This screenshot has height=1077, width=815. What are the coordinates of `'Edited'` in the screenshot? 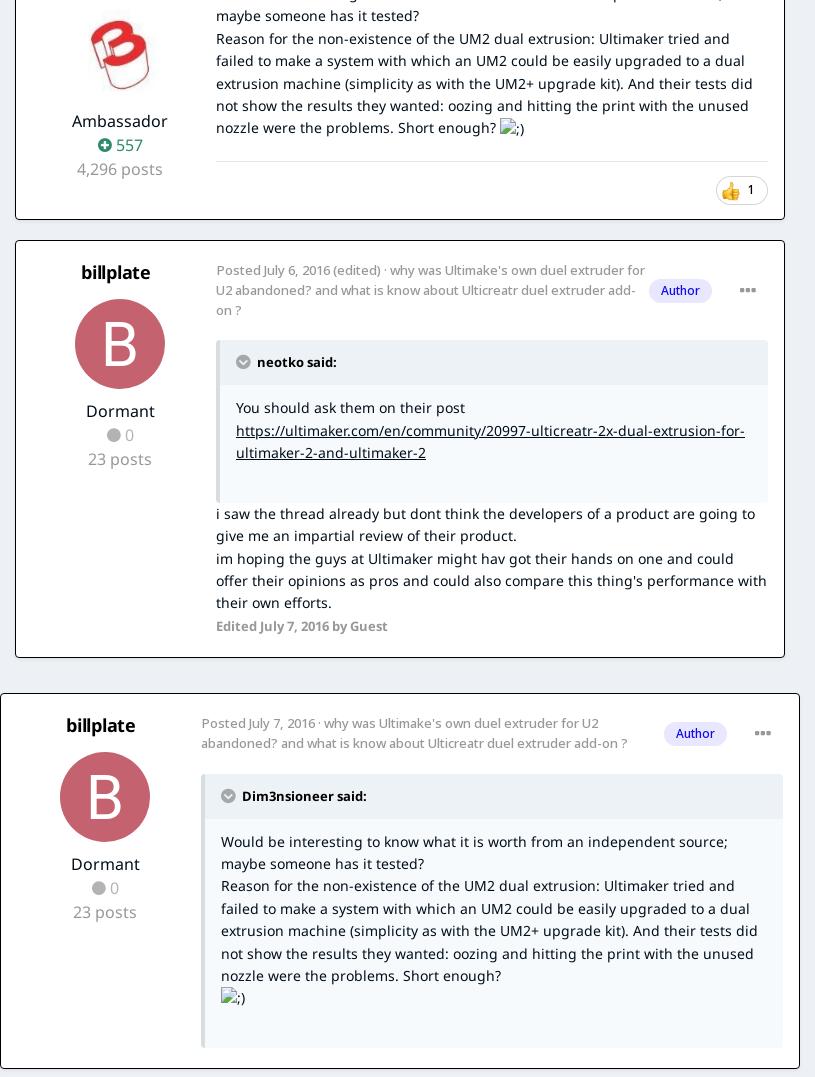 It's located at (237, 624).